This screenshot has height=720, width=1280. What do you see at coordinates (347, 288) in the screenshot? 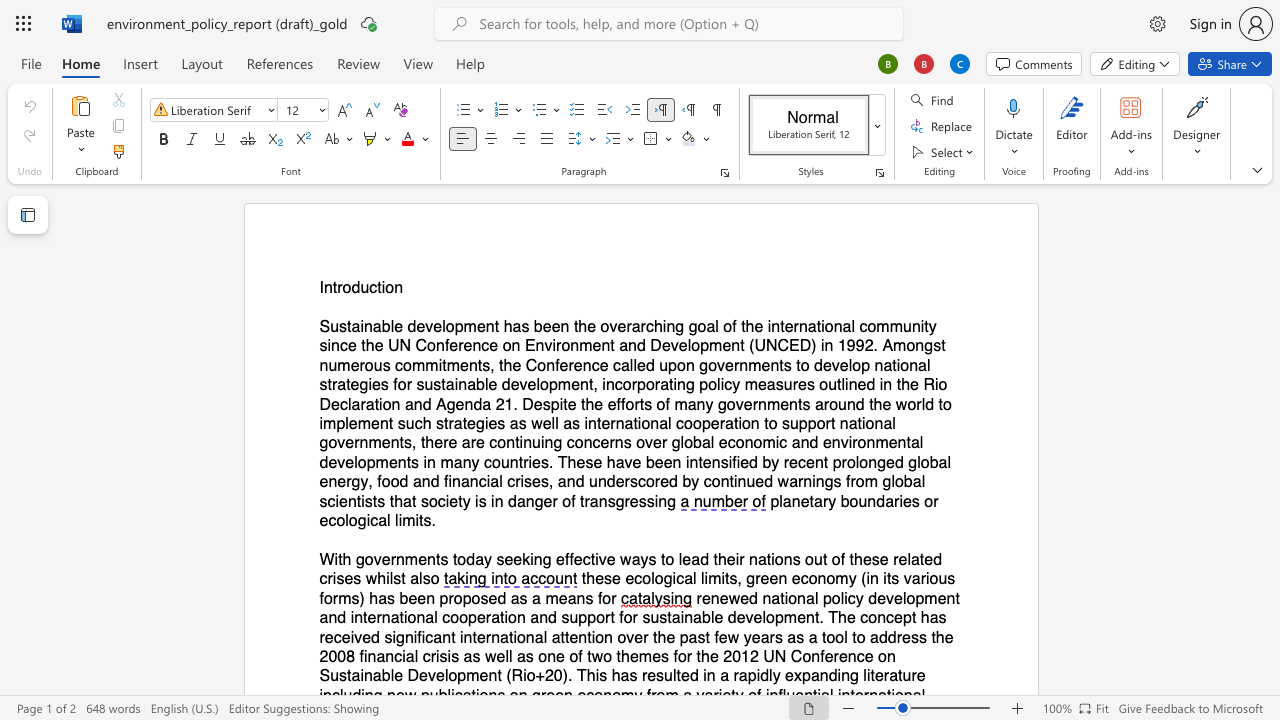
I see `the 1th character "o" in the text` at bounding box center [347, 288].